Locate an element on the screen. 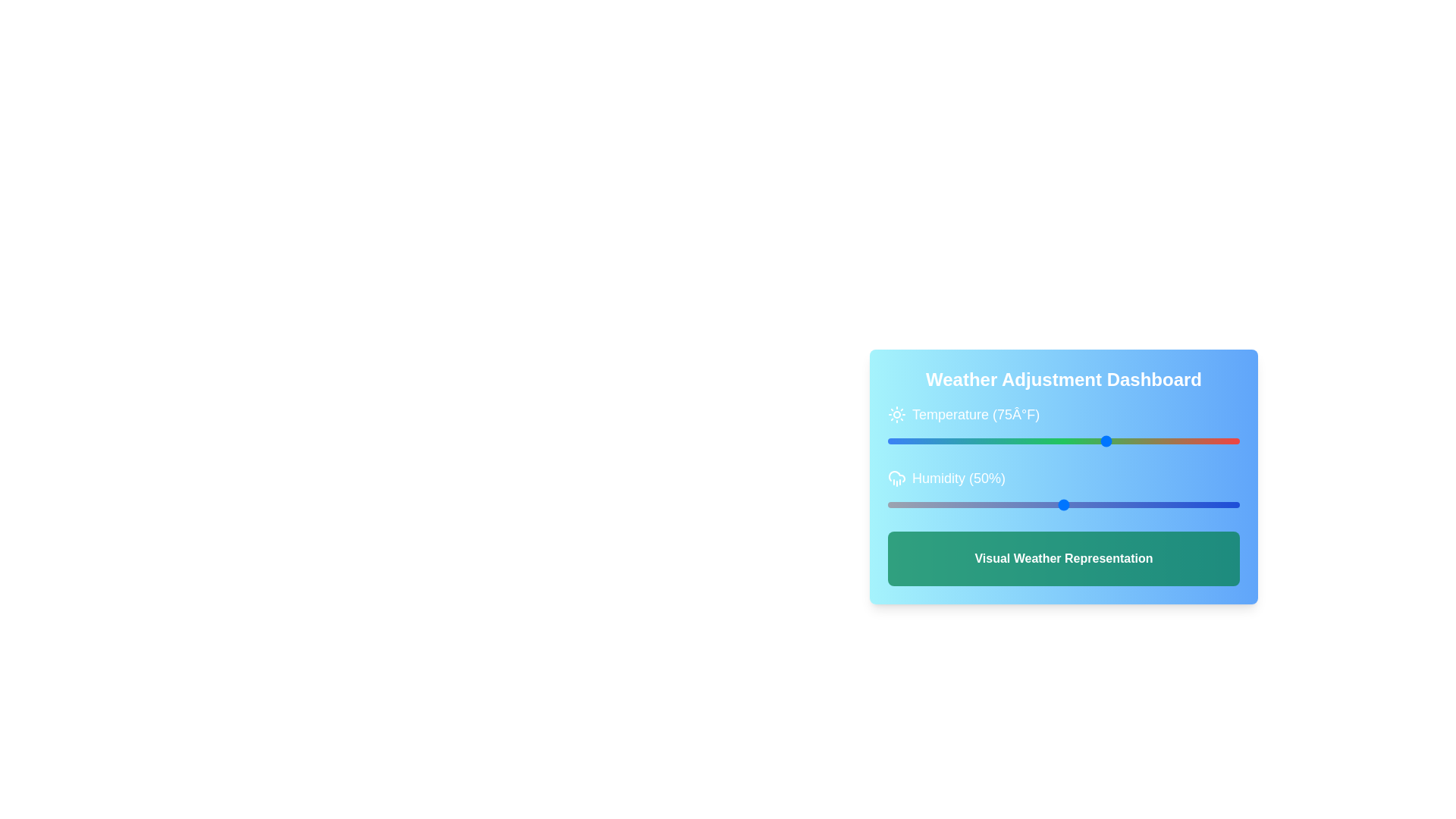 The height and width of the screenshot is (819, 1456). the humidity slider to 5% is located at coordinates (905, 505).